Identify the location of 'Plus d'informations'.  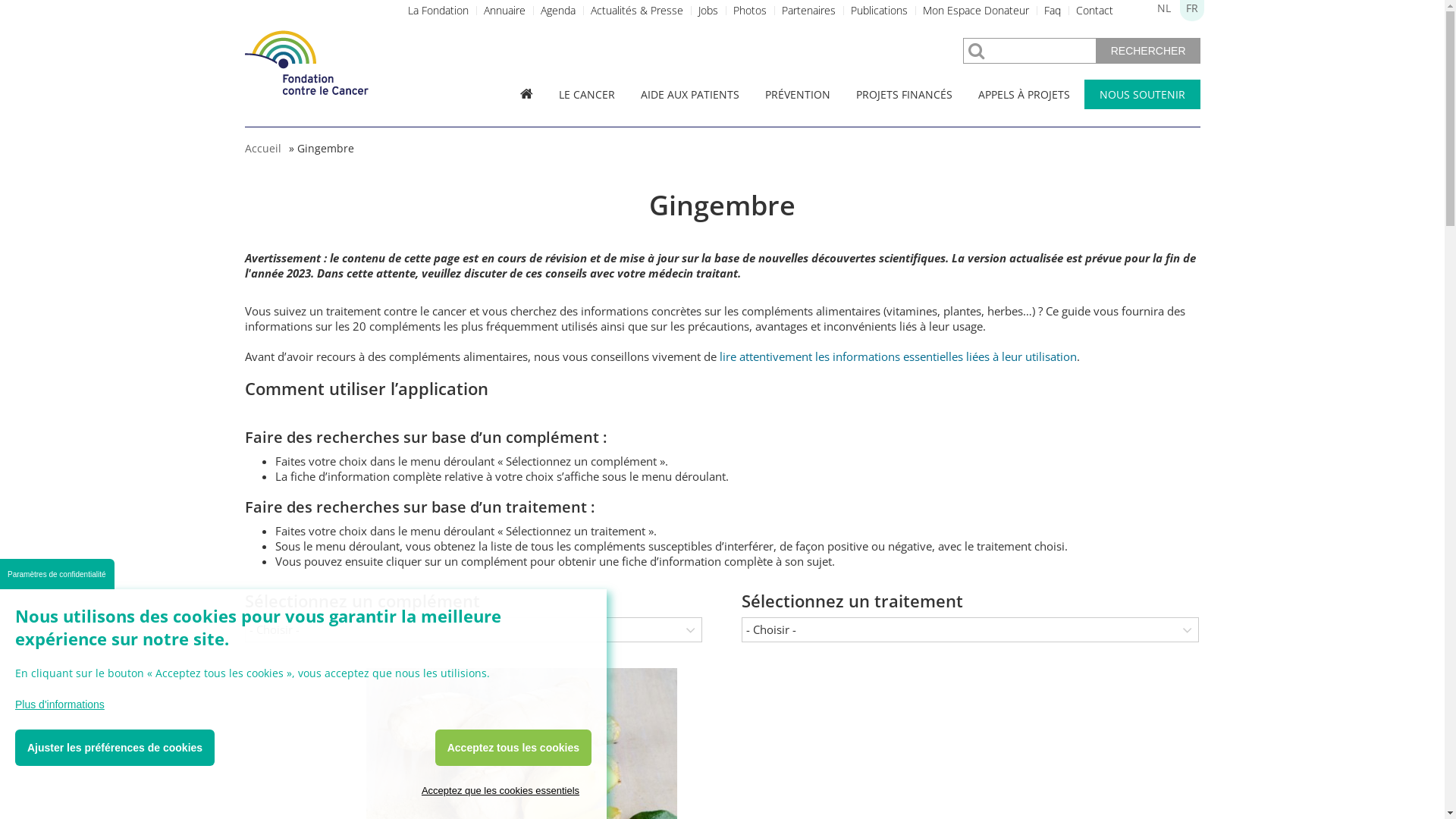
(59, 704).